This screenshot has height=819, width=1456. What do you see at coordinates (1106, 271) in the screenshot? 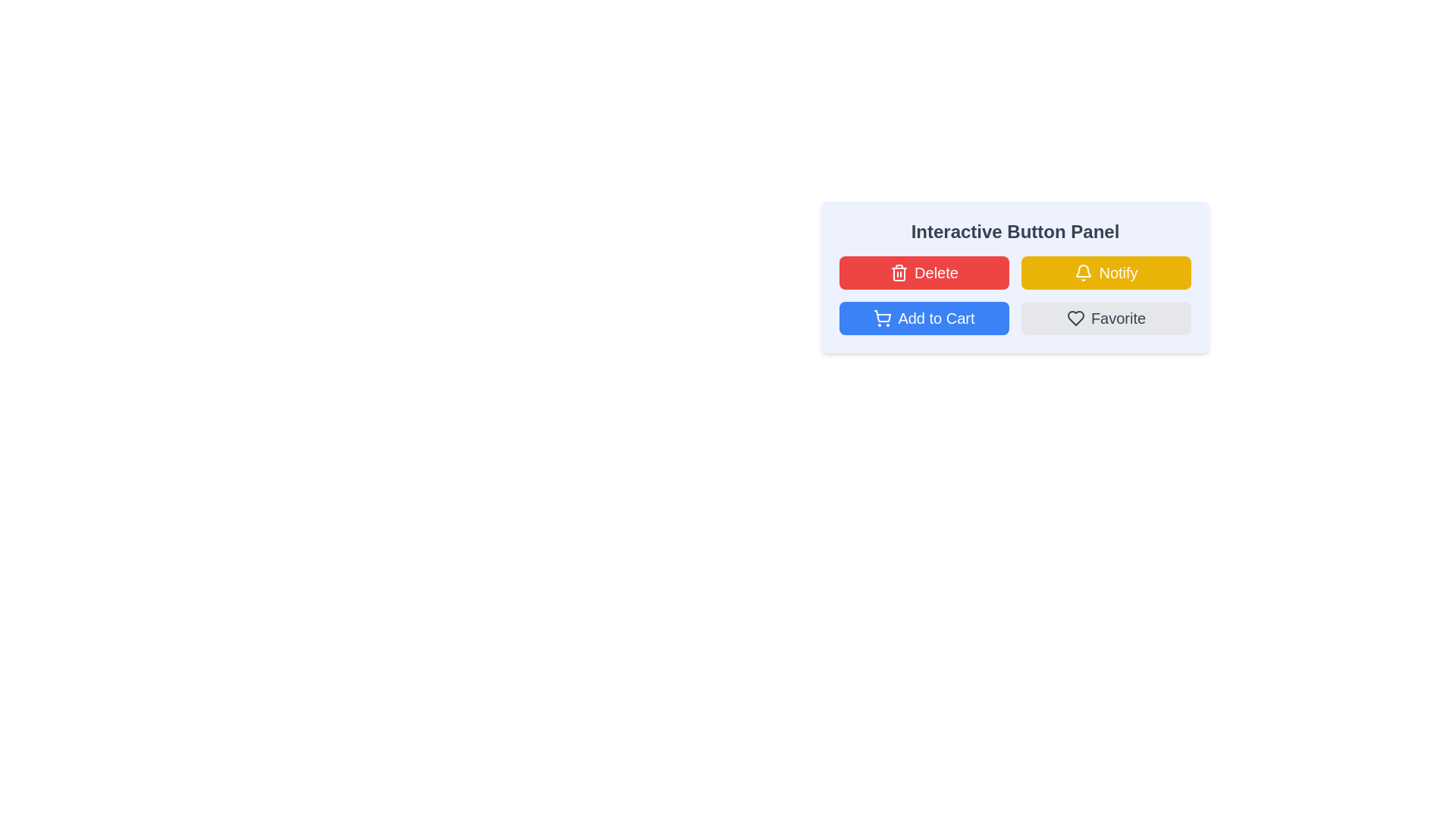
I see `the bright yellow button labeled 'Notify' with a bell icon` at bounding box center [1106, 271].